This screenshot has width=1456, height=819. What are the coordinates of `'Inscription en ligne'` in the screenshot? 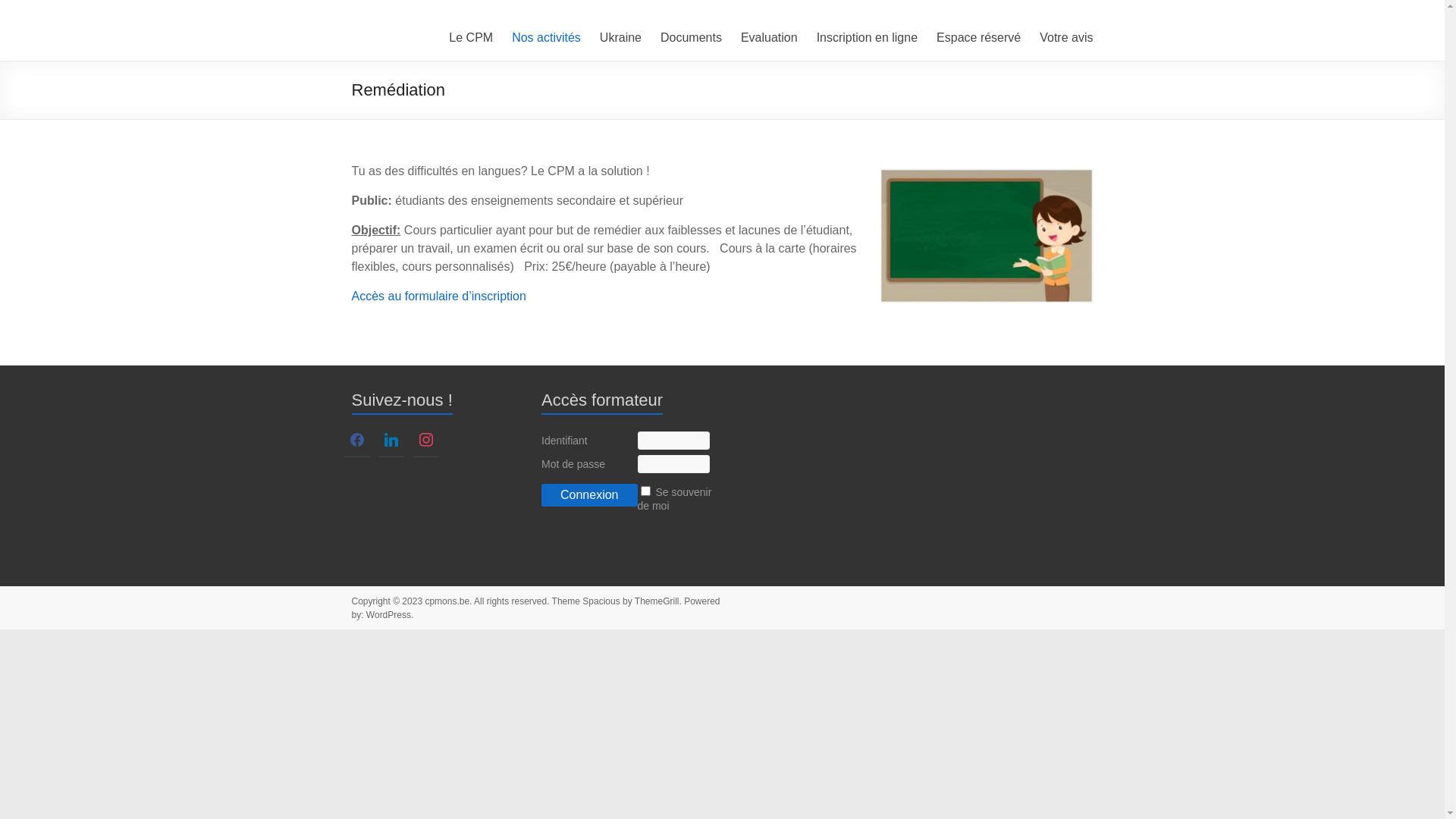 It's located at (867, 37).